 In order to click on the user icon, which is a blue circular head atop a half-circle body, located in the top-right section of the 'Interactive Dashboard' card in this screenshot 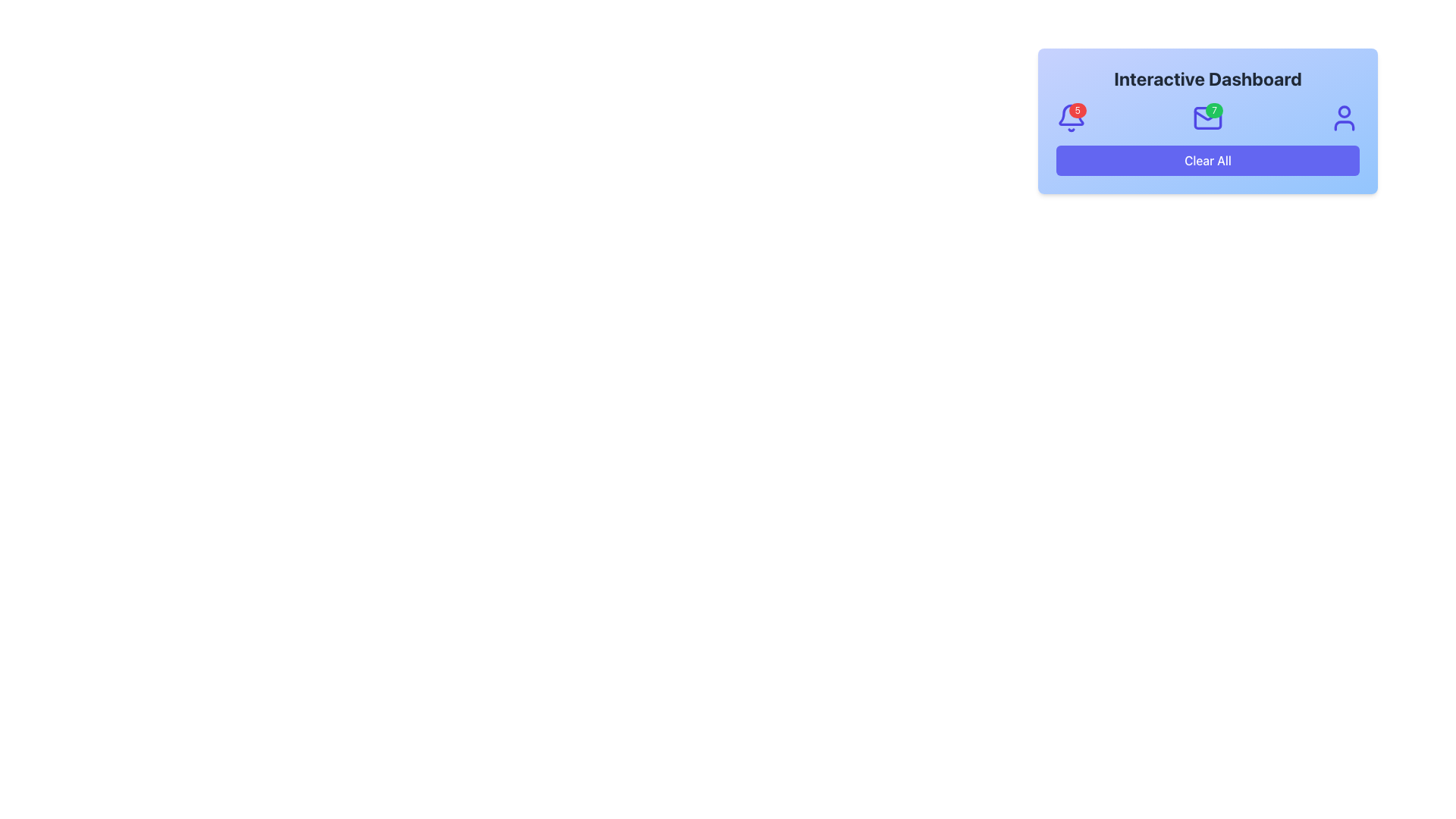, I will do `click(1344, 117)`.